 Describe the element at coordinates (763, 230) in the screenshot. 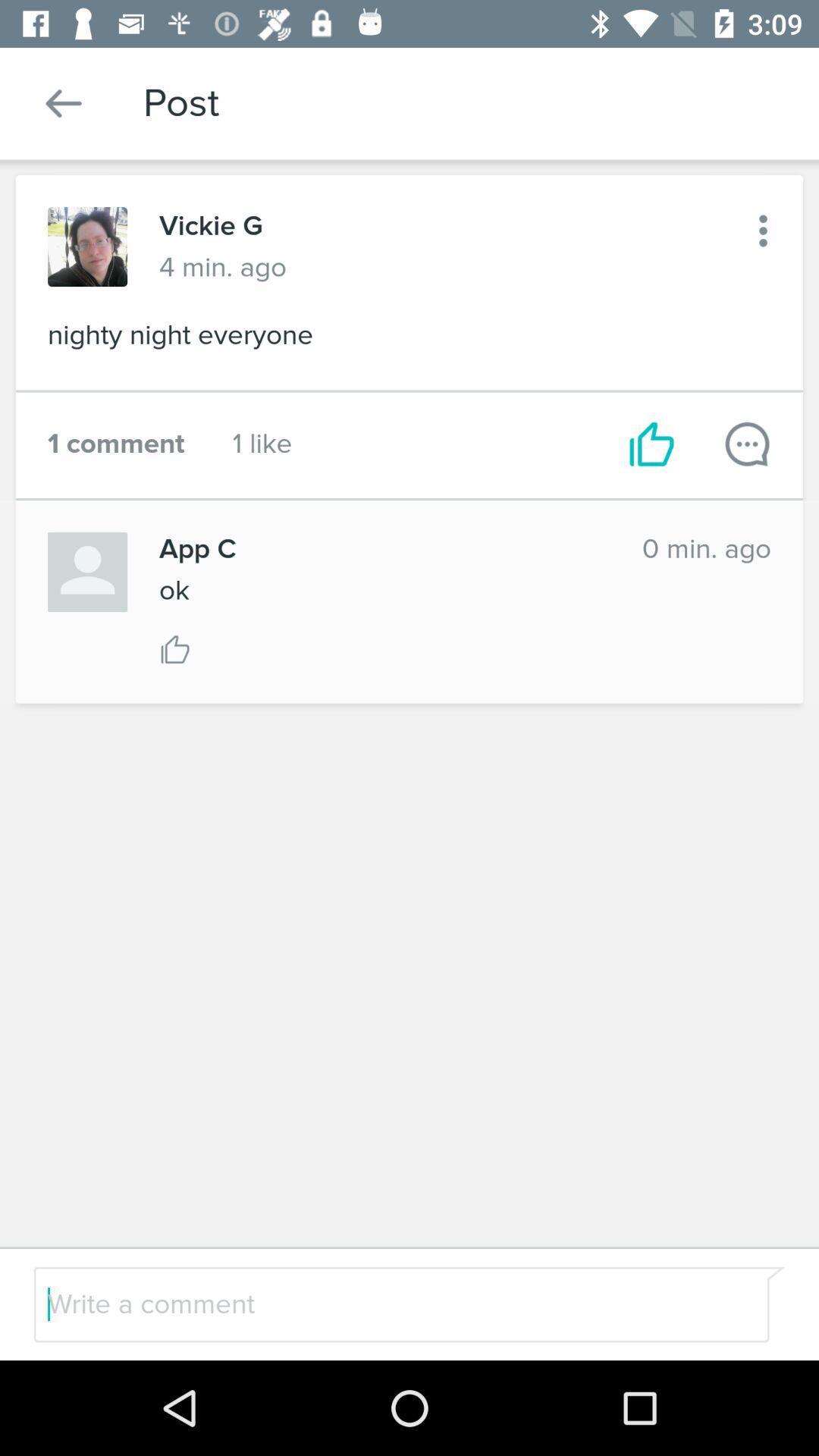

I see `more options` at that location.